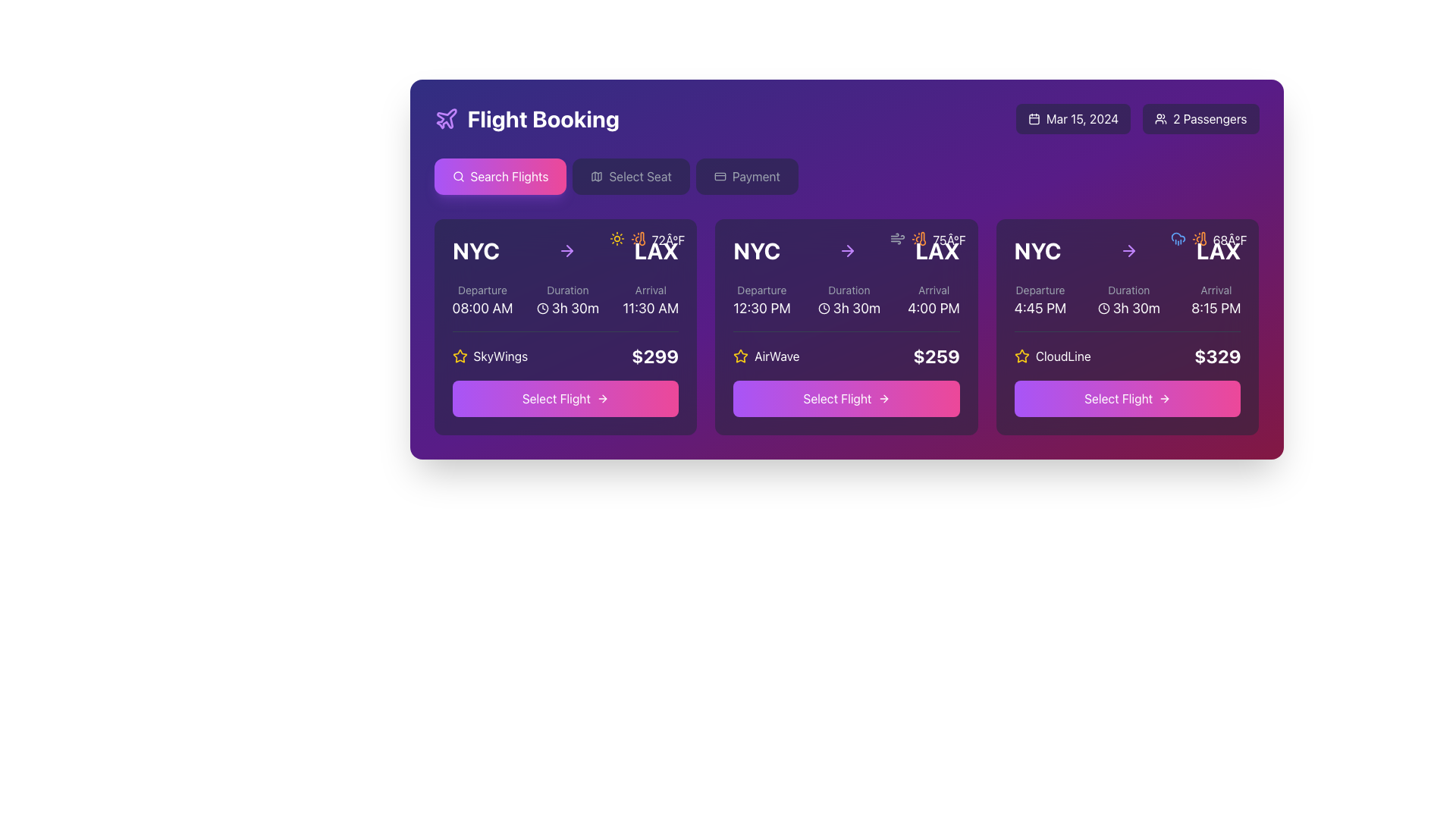 Image resolution: width=1456 pixels, height=819 pixels. Describe the element at coordinates (617, 239) in the screenshot. I see `the sunny weather icon in the first flight card (NYC to LAX departing at 08:00 AM), located above the temperature text '72°F'` at that location.